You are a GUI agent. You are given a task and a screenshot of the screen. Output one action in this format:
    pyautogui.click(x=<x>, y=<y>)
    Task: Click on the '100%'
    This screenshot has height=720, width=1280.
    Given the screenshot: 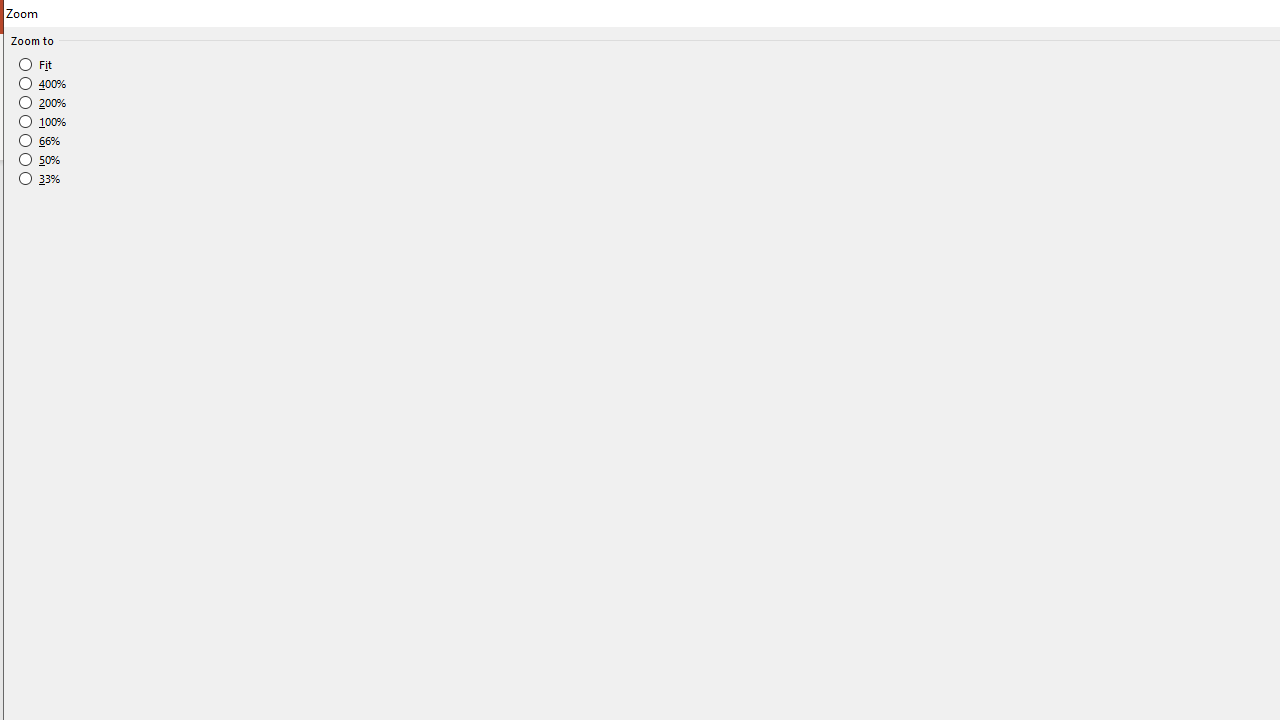 What is the action you would take?
    pyautogui.click(x=43, y=122)
    